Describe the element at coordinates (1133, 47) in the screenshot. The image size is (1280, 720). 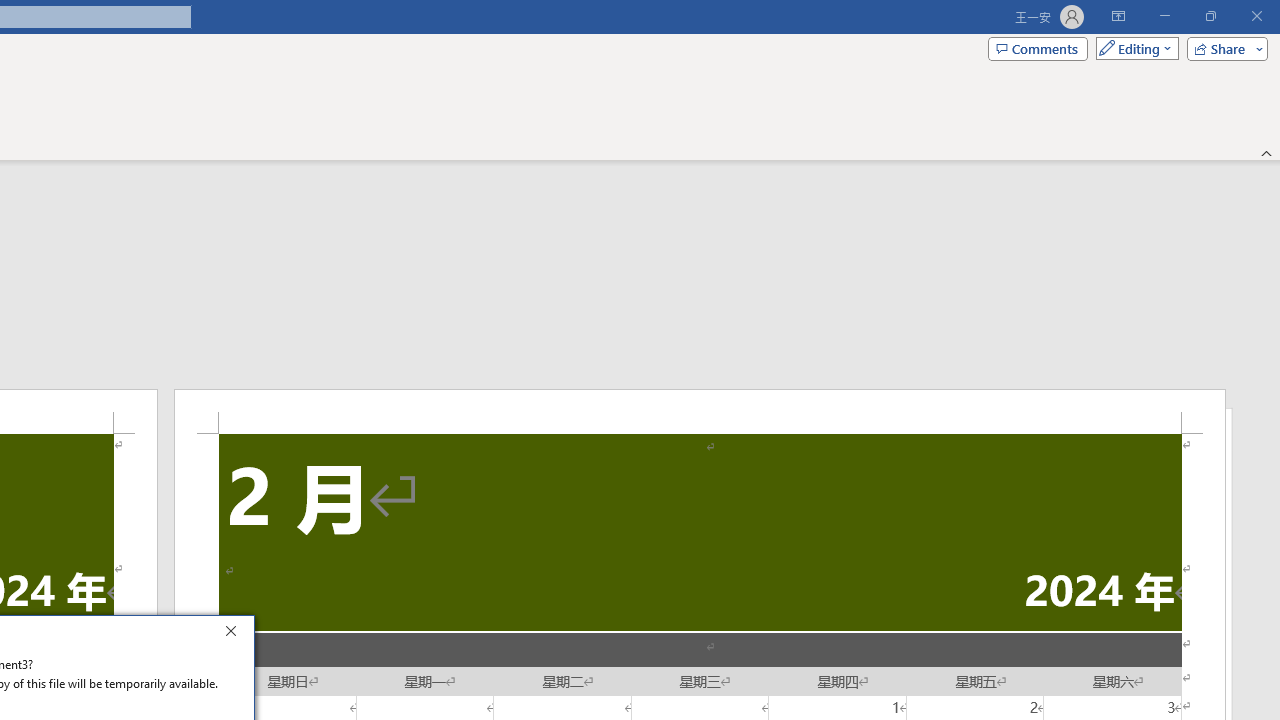
I see `'Mode'` at that location.